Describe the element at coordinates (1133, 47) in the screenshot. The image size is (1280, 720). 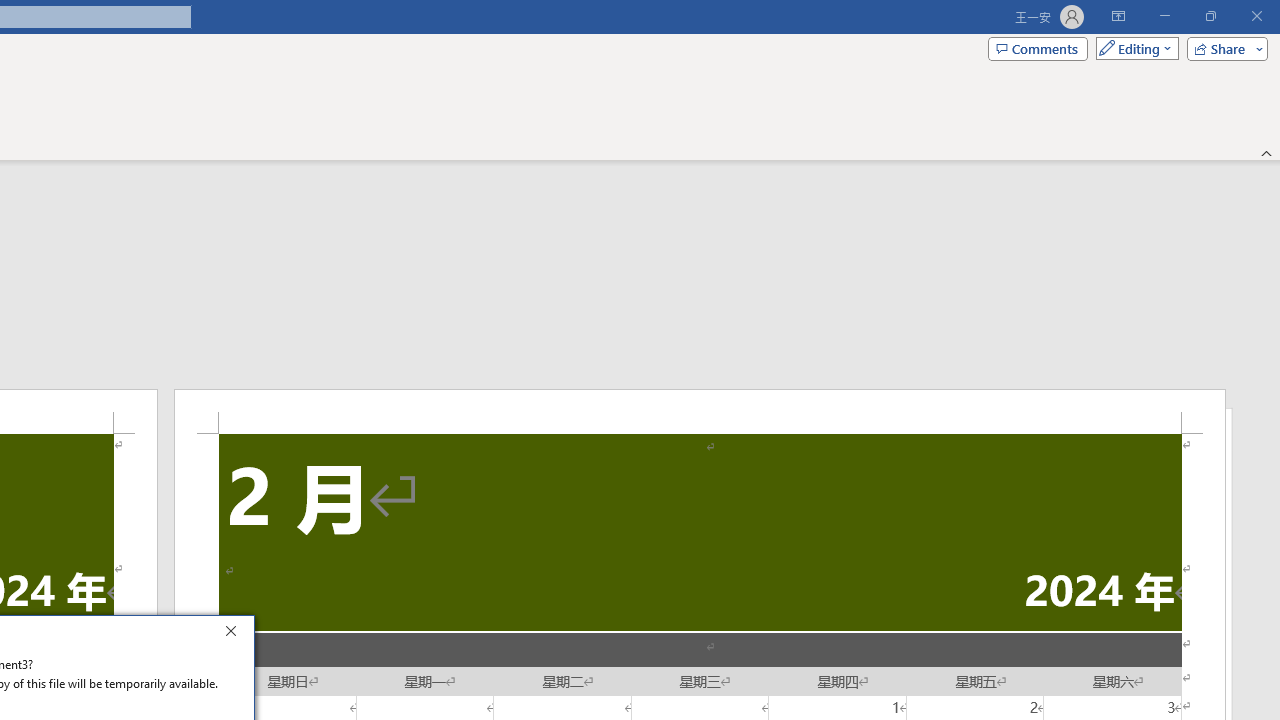
I see `'Mode'` at that location.